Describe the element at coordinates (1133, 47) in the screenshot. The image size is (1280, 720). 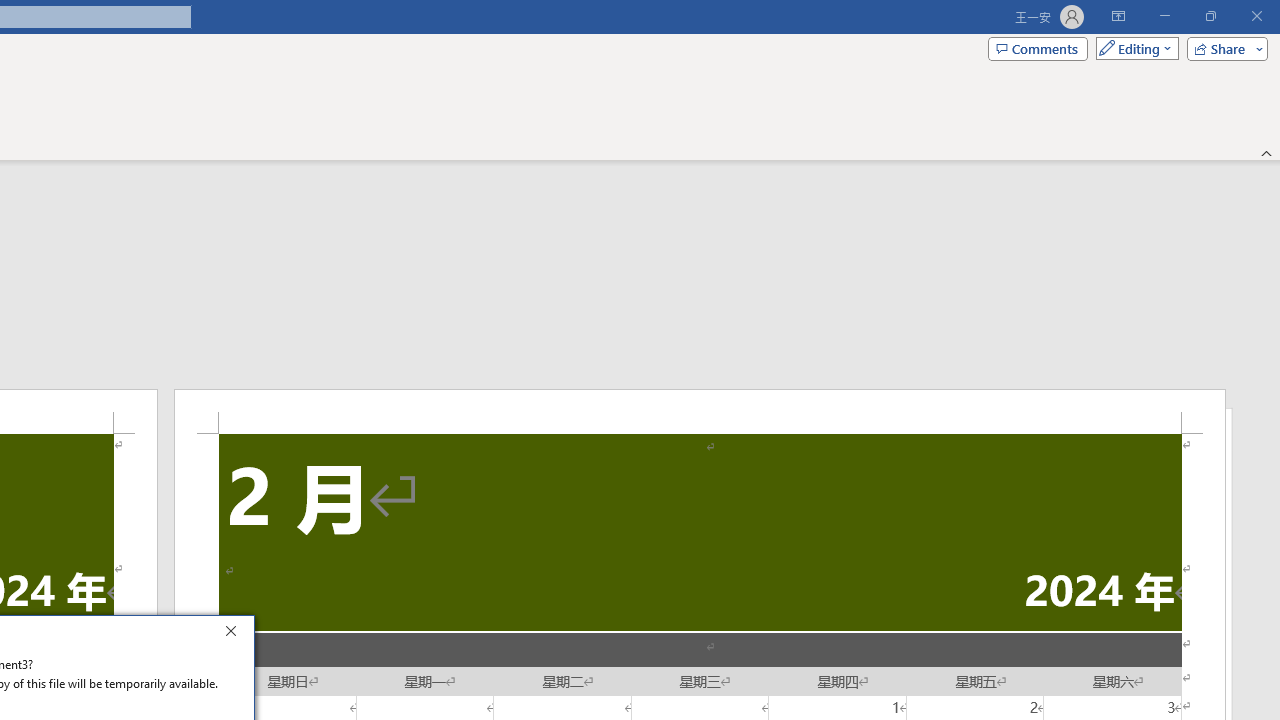
I see `'Mode'` at that location.